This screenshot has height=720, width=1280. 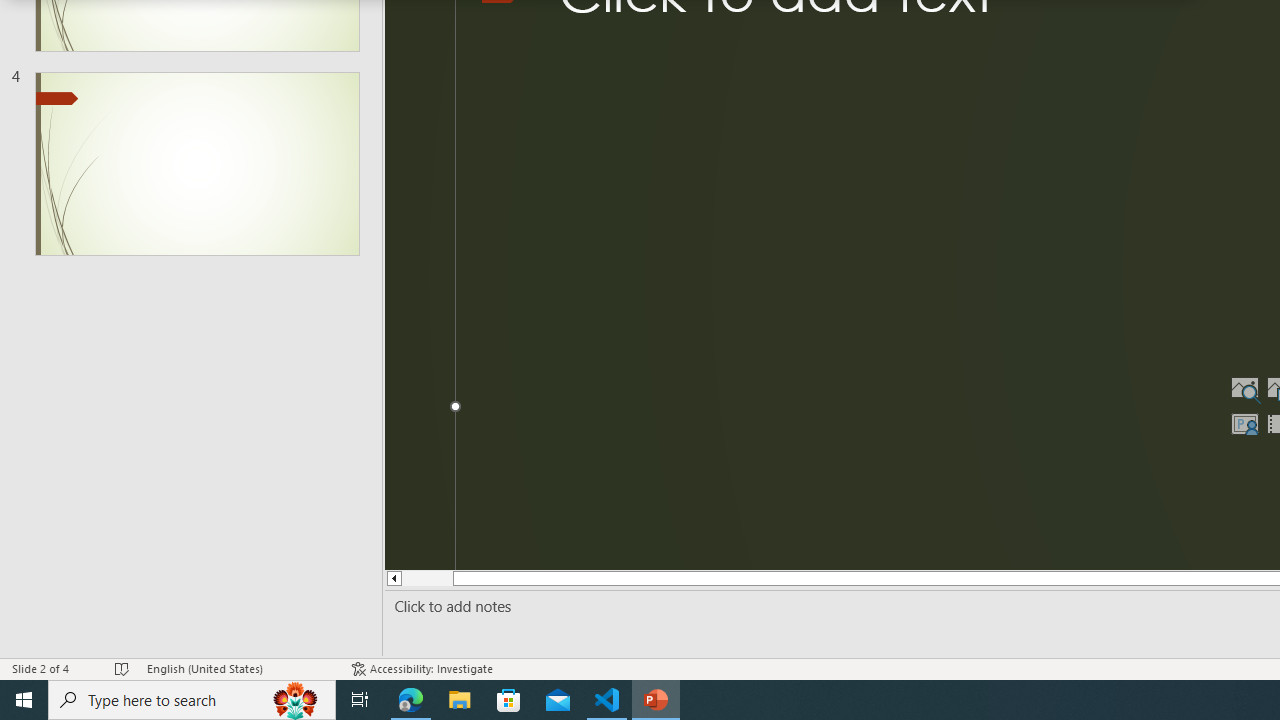 What do you see at coordinates (1243, 423) in the screenshot?
I see `'Insert Cameo'` at bounding box center [1243, 423].